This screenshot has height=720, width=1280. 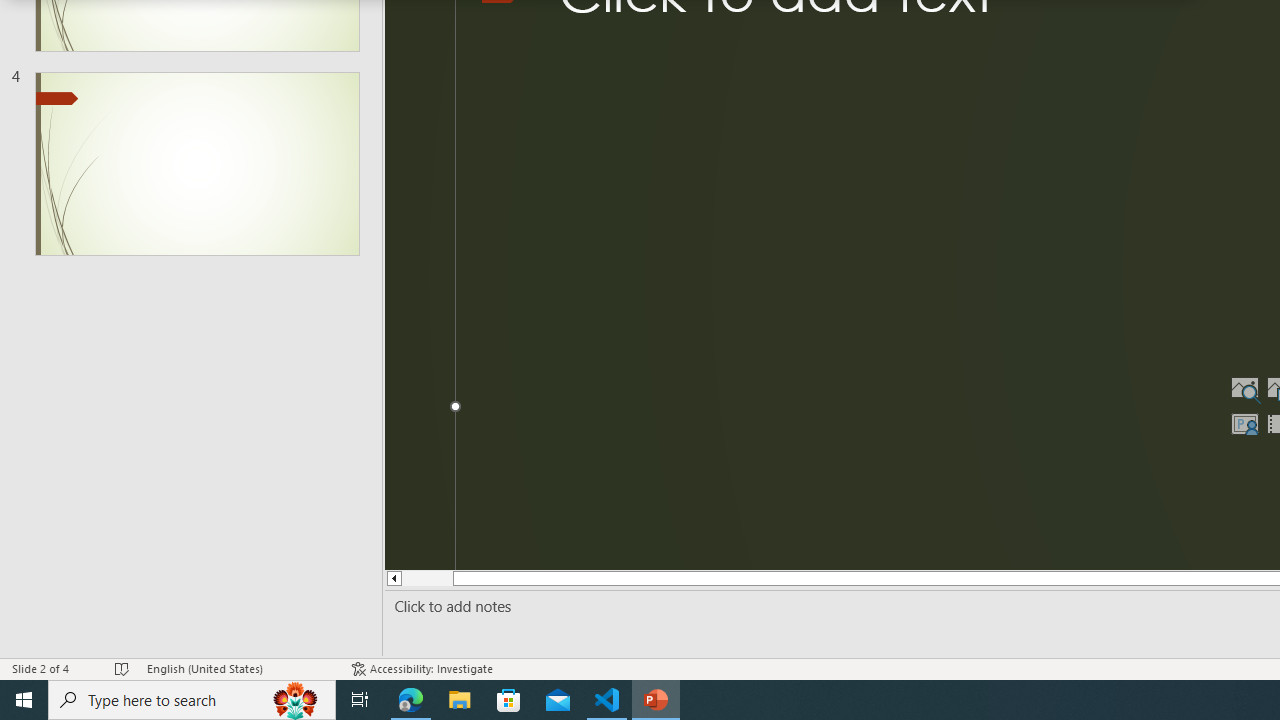 What do you see at coordinates (1243, 423) in the screenshot?
I see `'Insert Cameo'` at bounding box center [1243, 423].